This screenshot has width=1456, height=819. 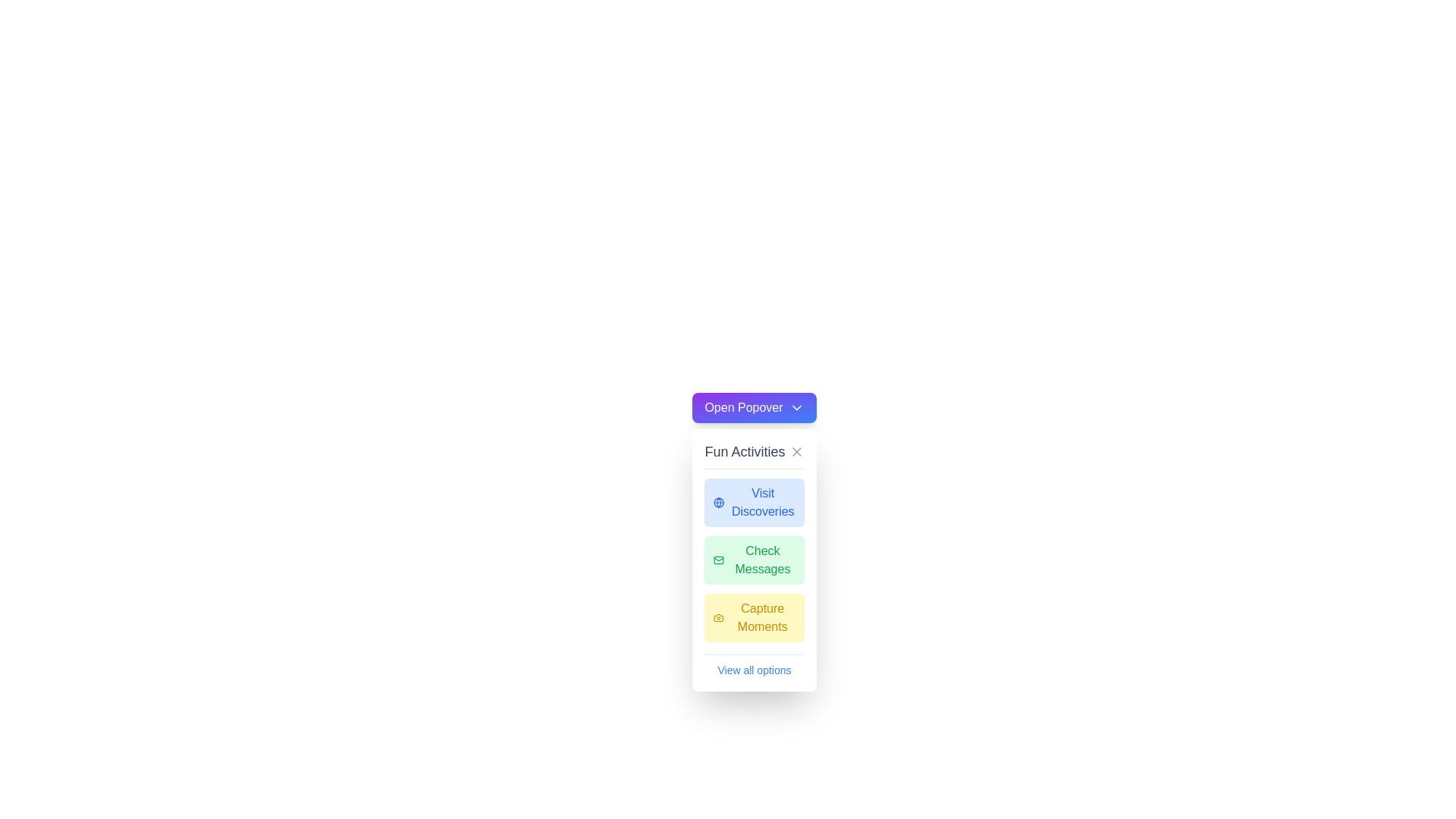 What do you see at coordinates (718, 617) in the screenshot?
I see `the visual icon representing the 'Capture Moments' action, which is located to the left of the text within a yellow button` at bounding box center [718, 617].